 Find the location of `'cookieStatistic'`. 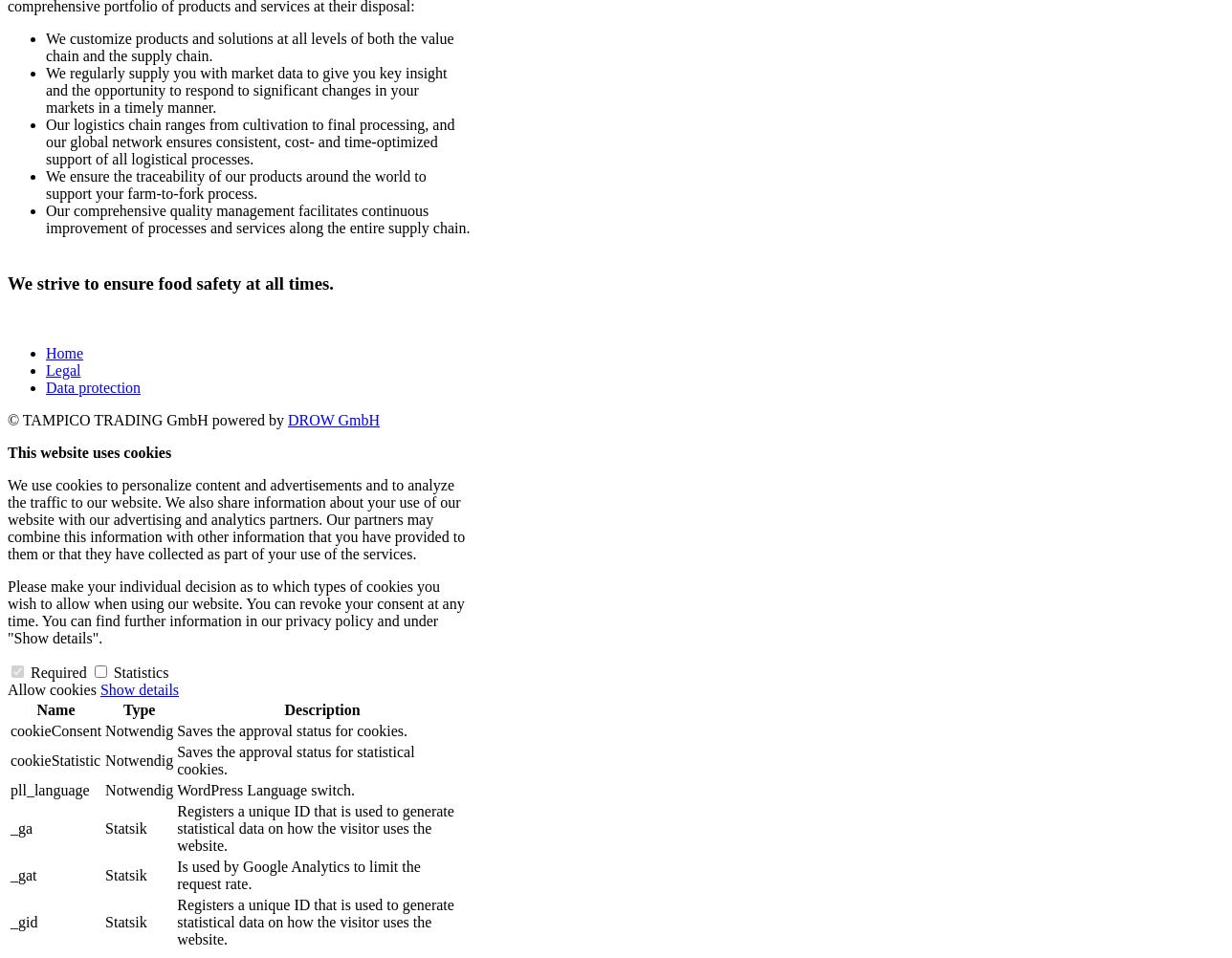

'cookieStatistic' is located at coordinates (55, 759).